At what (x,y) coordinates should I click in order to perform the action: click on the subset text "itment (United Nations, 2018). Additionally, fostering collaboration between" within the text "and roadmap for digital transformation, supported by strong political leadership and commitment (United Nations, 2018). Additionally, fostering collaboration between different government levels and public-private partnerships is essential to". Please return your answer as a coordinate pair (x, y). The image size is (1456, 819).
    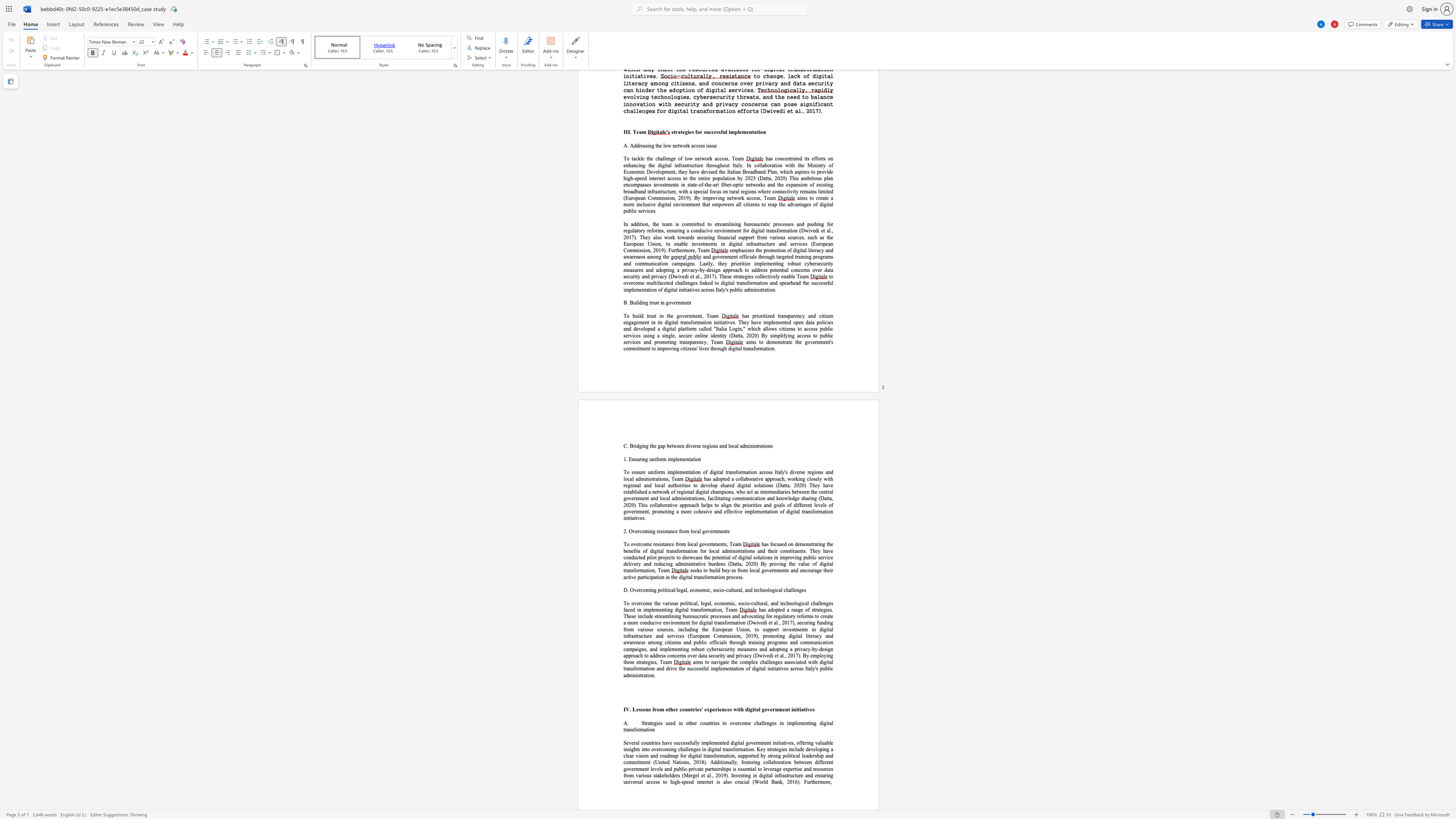
    Looking at the image, I should click on (636, 762).